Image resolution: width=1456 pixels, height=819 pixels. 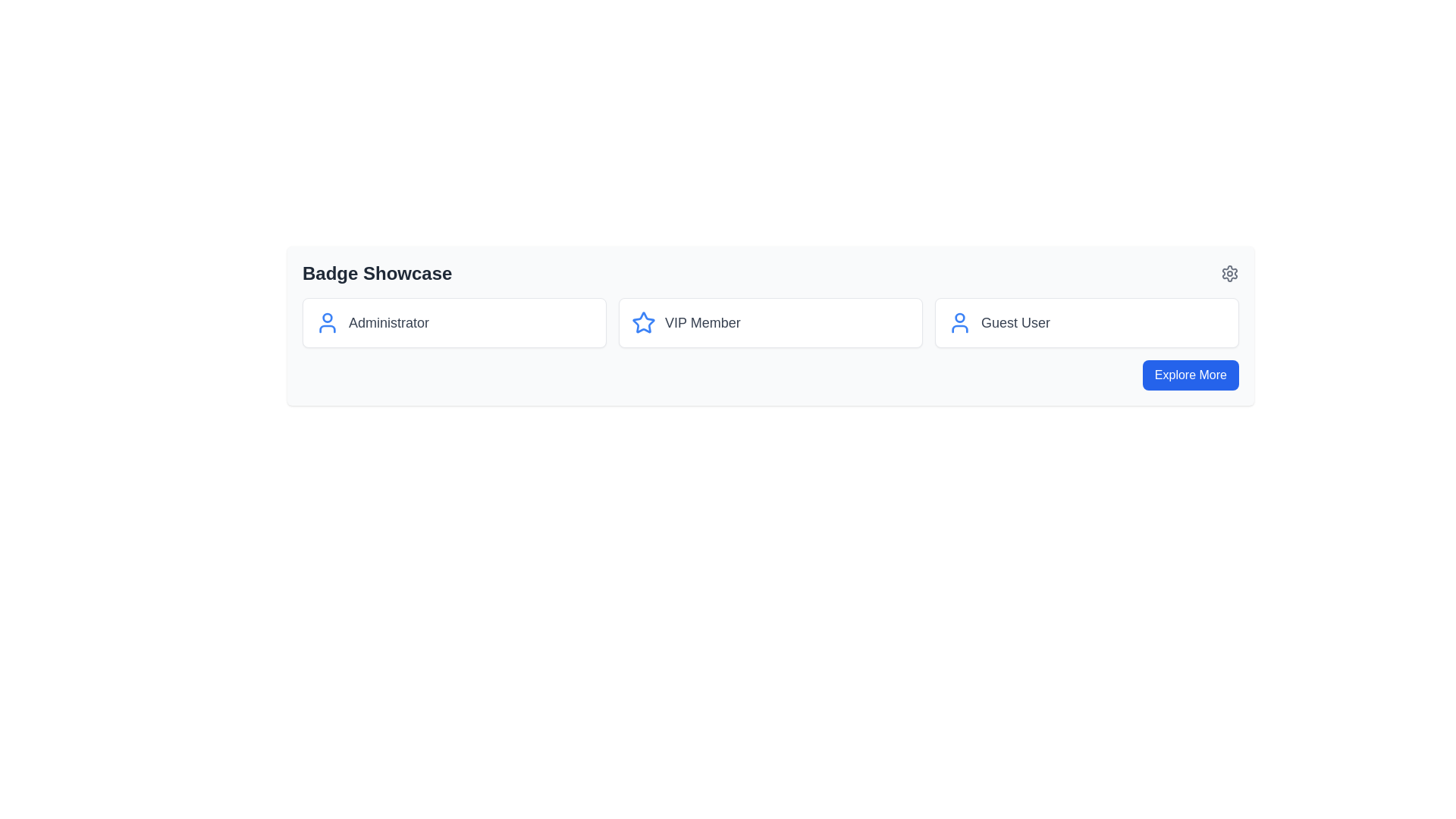 I want to click on the cog-shaped icon button located at the top-right corner of the component group, so click(x=1230, y=274).